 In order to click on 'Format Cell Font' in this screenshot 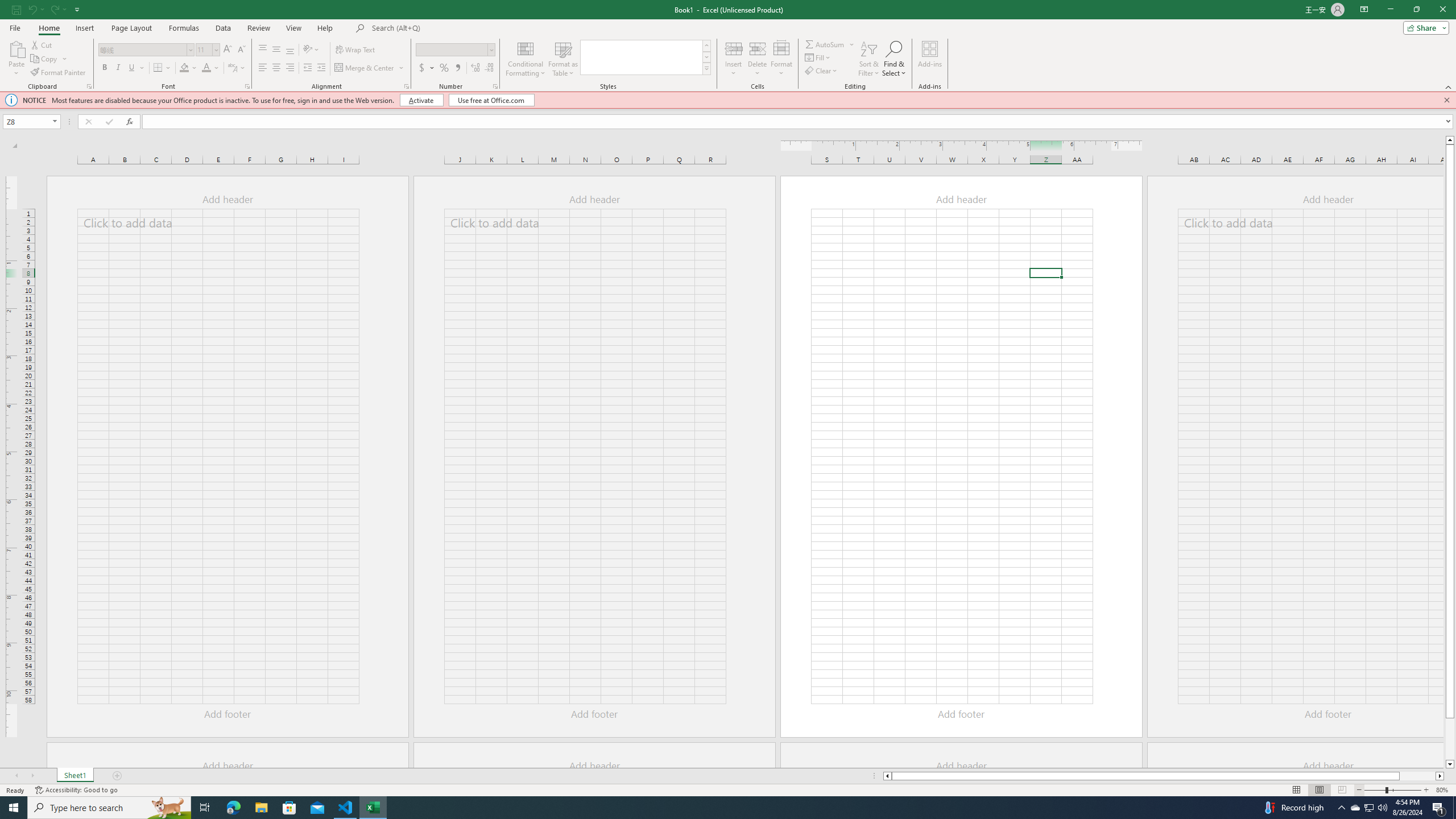, I will do `click(247, 85)`.